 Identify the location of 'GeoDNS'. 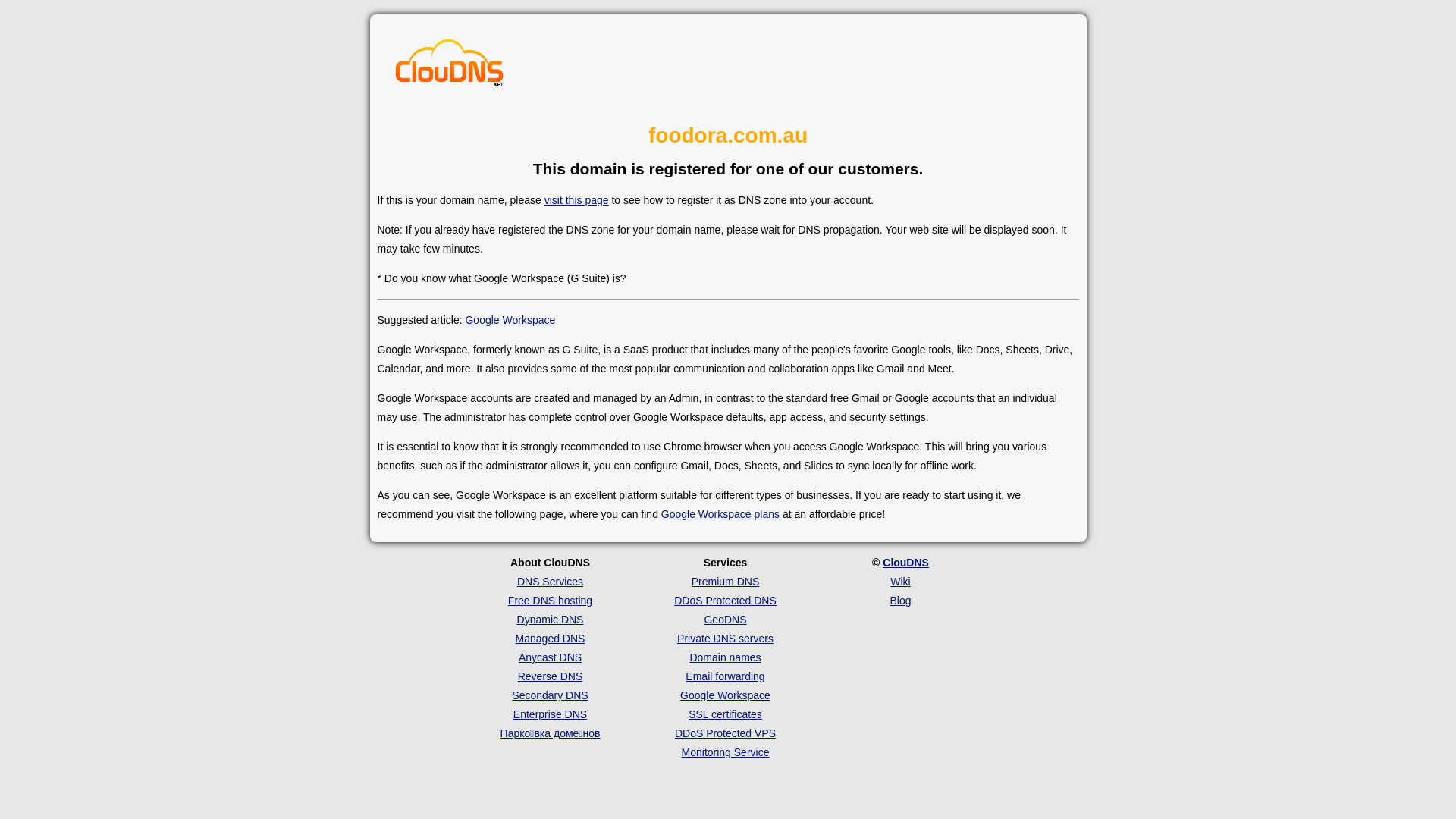
(702, 620).